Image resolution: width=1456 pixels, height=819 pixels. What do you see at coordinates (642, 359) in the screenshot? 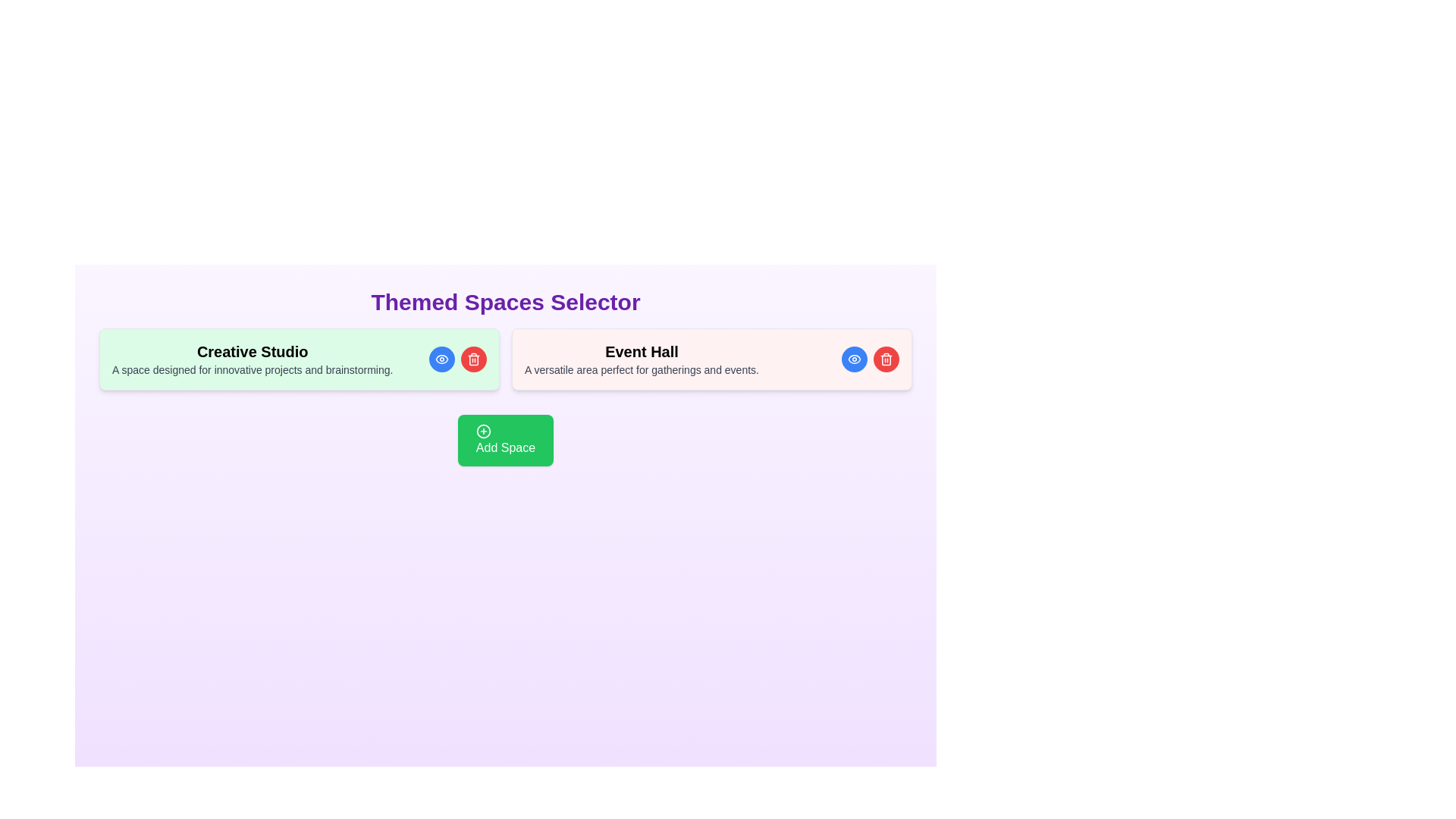
I see `information displayed in the textual display element titled 'Event Hall', which features a bold title and a smaller description within a light pink rectangle` at bounding box center [642, 359].